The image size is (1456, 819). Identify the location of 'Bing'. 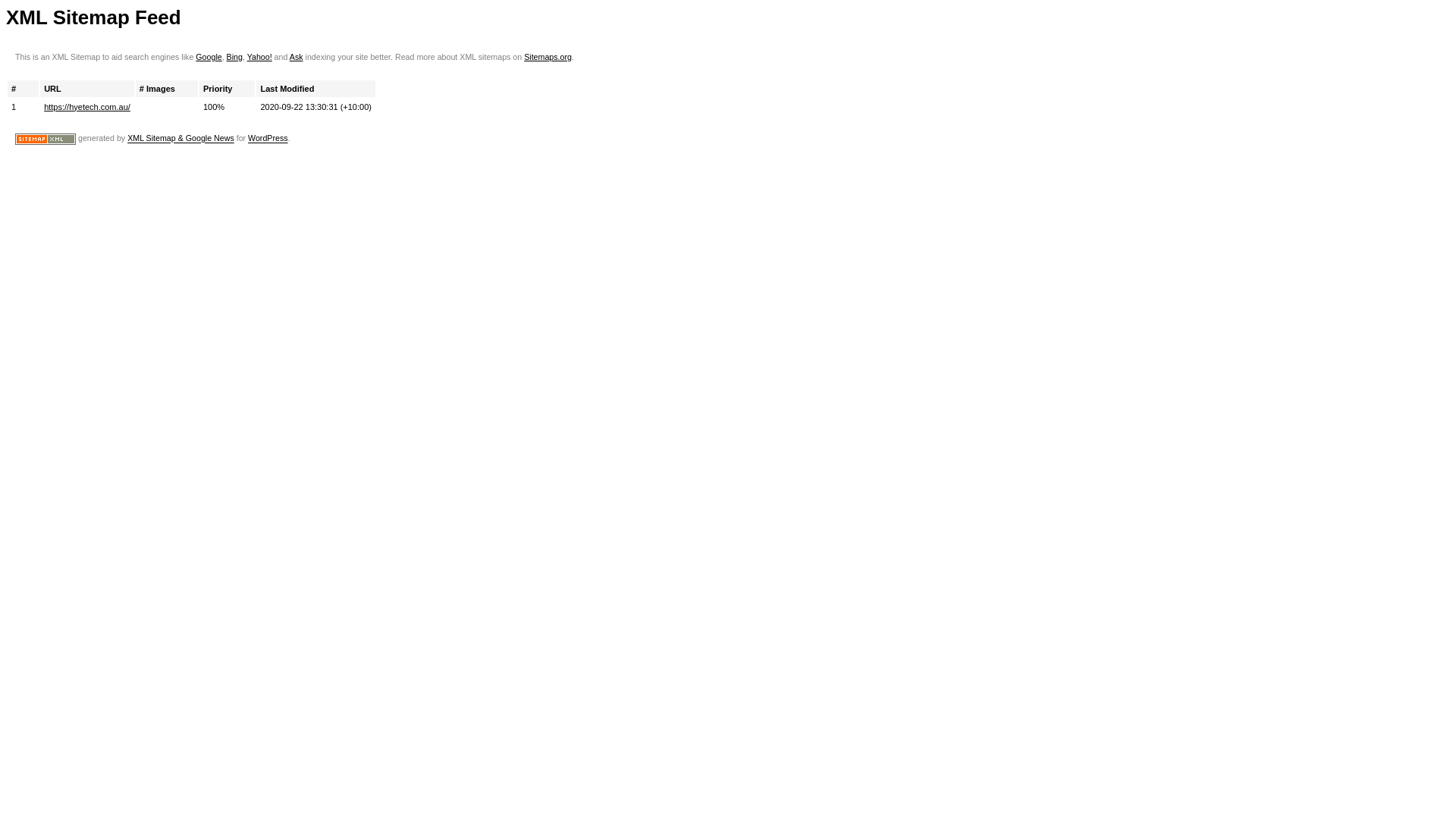
(234, 55).